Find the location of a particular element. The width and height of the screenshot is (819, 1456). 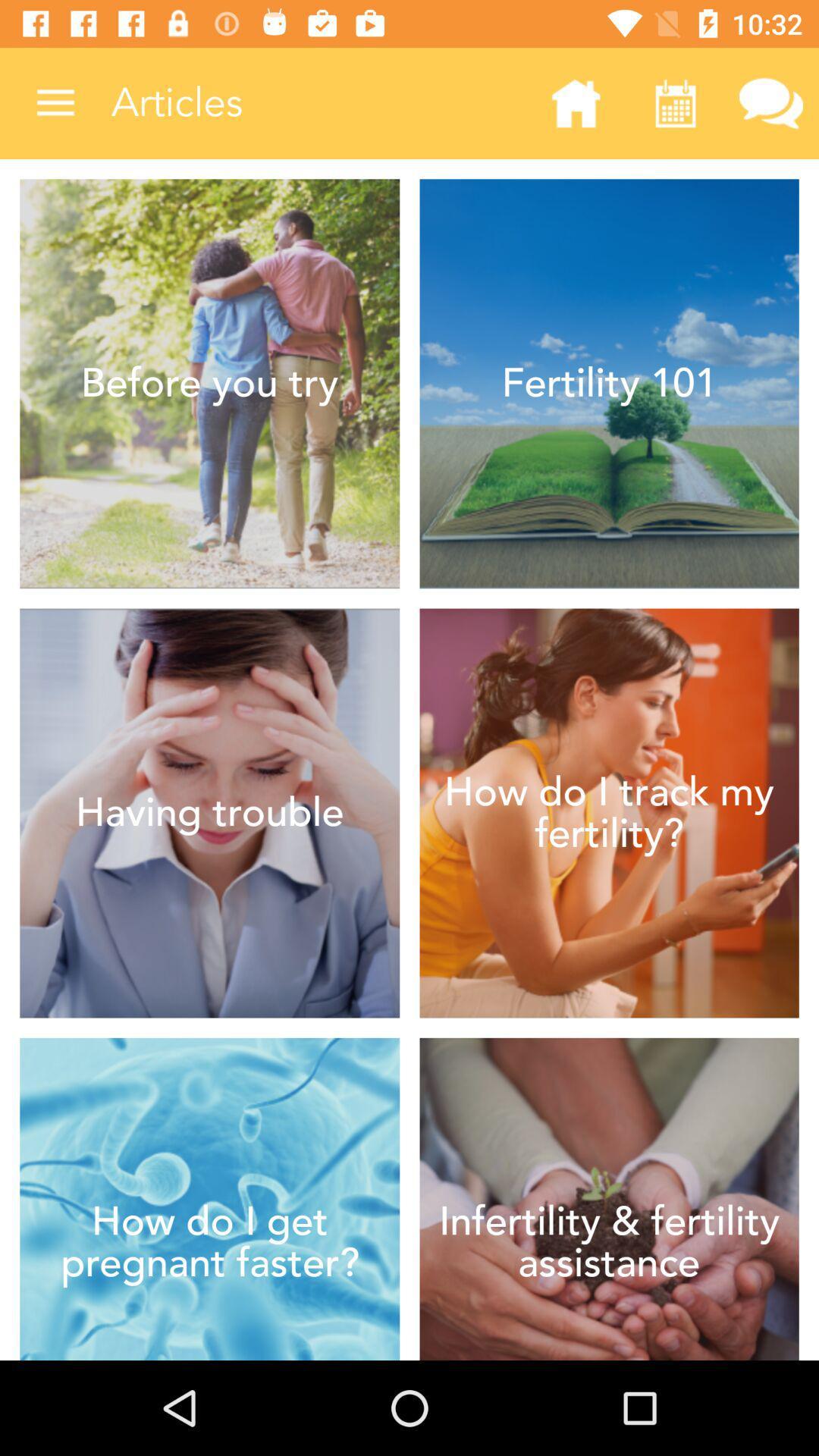

articles item is located at coordinates (317, 102).